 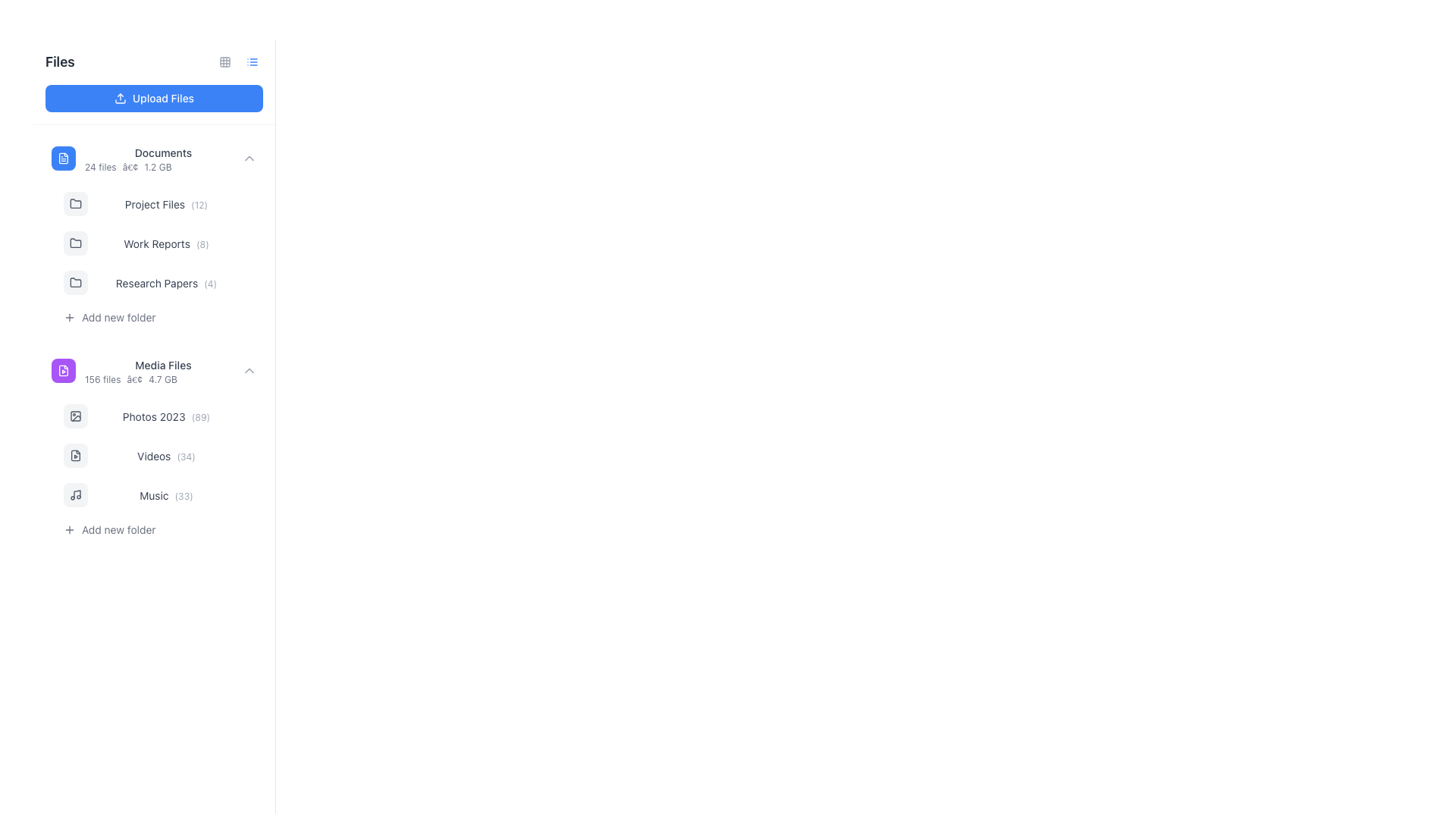 I want to click on the 'Documents' text label, which is styled with a smaller font size, medium font weight, and gray color, located within the file listing interface to the right of a file icon, so click(x=163, y=152).